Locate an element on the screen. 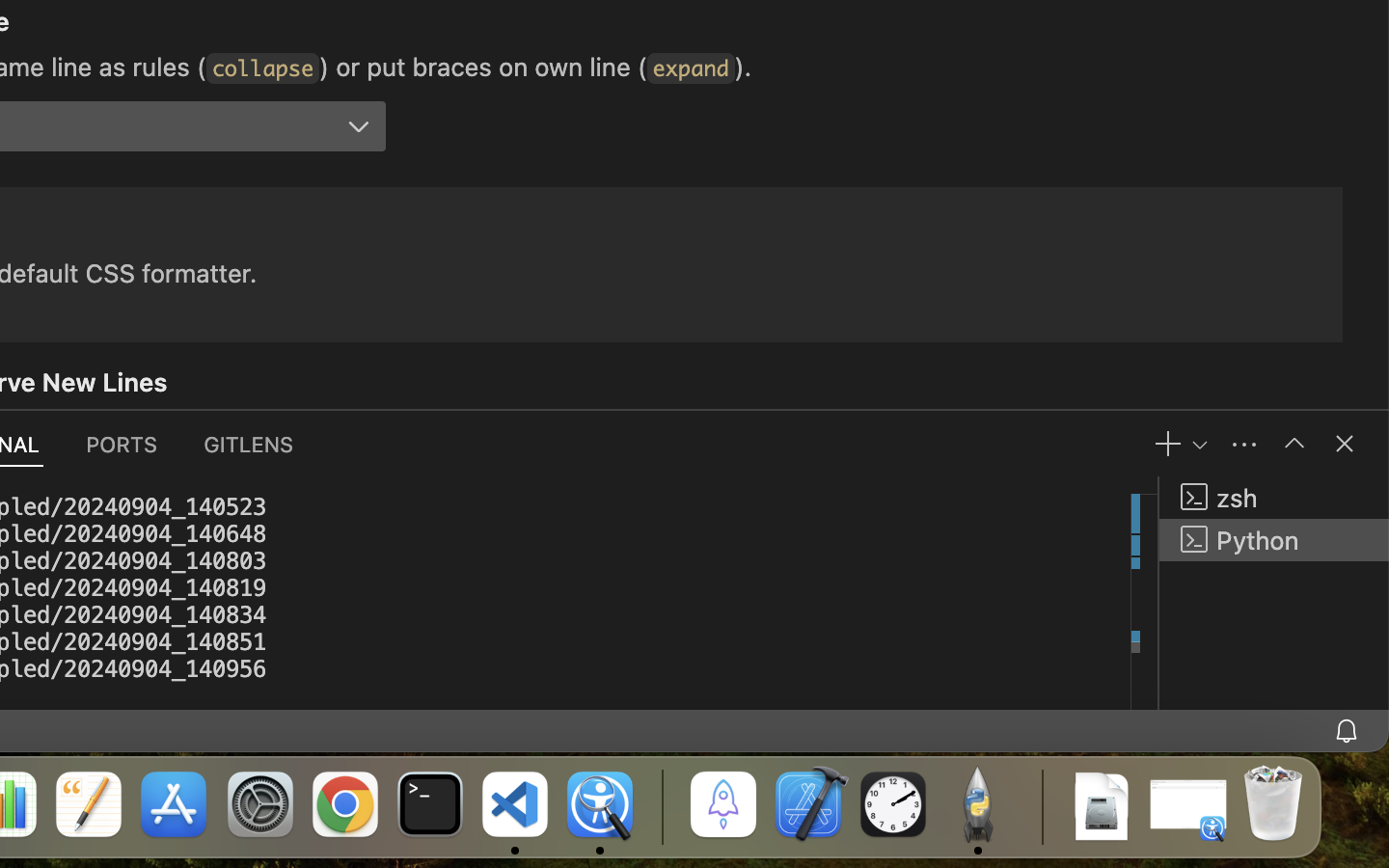 The width and height of the screenshot is (1389, 868). '' is located at coordinates (1293, 442).